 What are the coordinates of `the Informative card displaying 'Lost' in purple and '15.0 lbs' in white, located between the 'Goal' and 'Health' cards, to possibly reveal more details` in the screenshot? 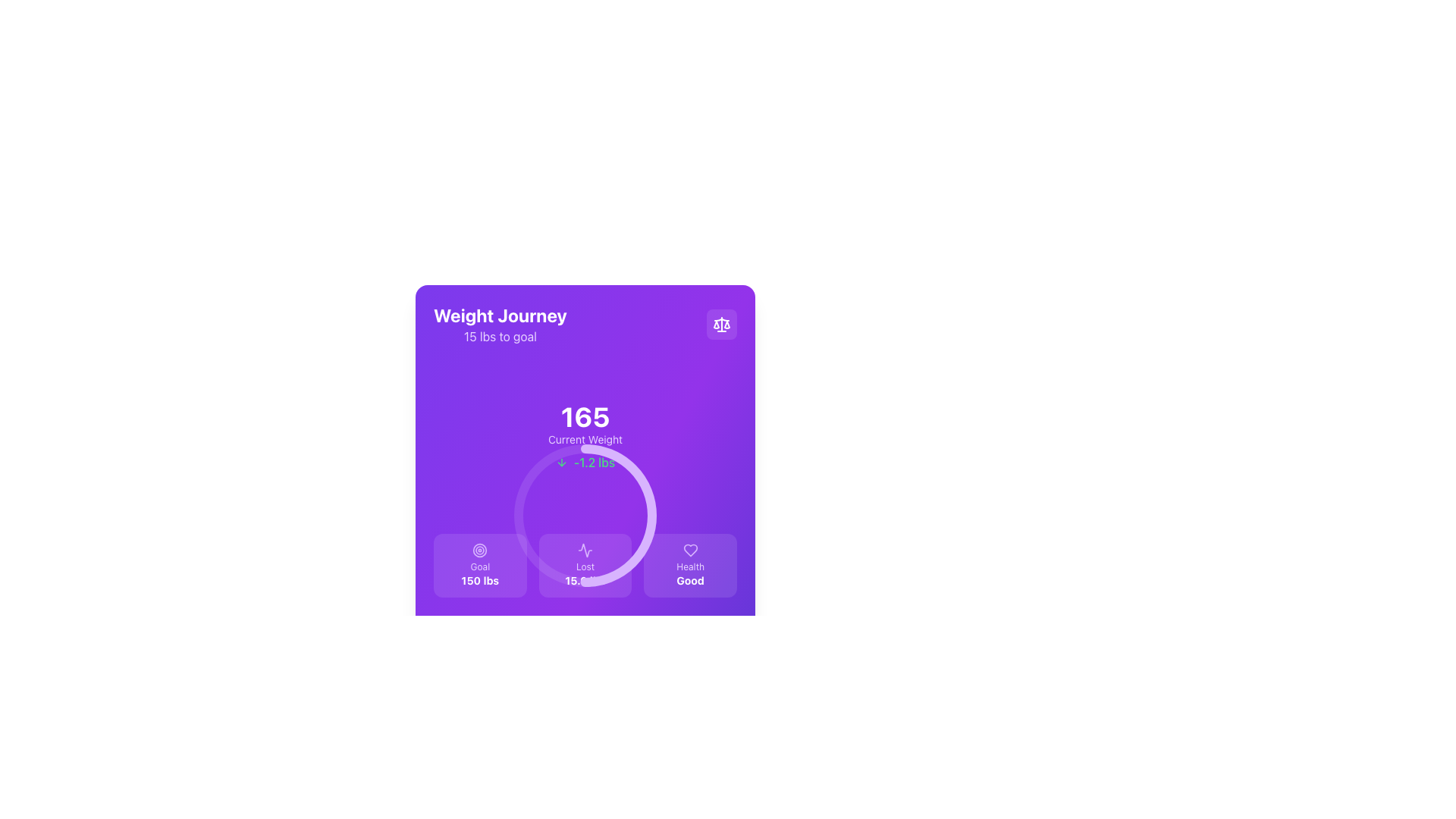 It's located at (585, 565).